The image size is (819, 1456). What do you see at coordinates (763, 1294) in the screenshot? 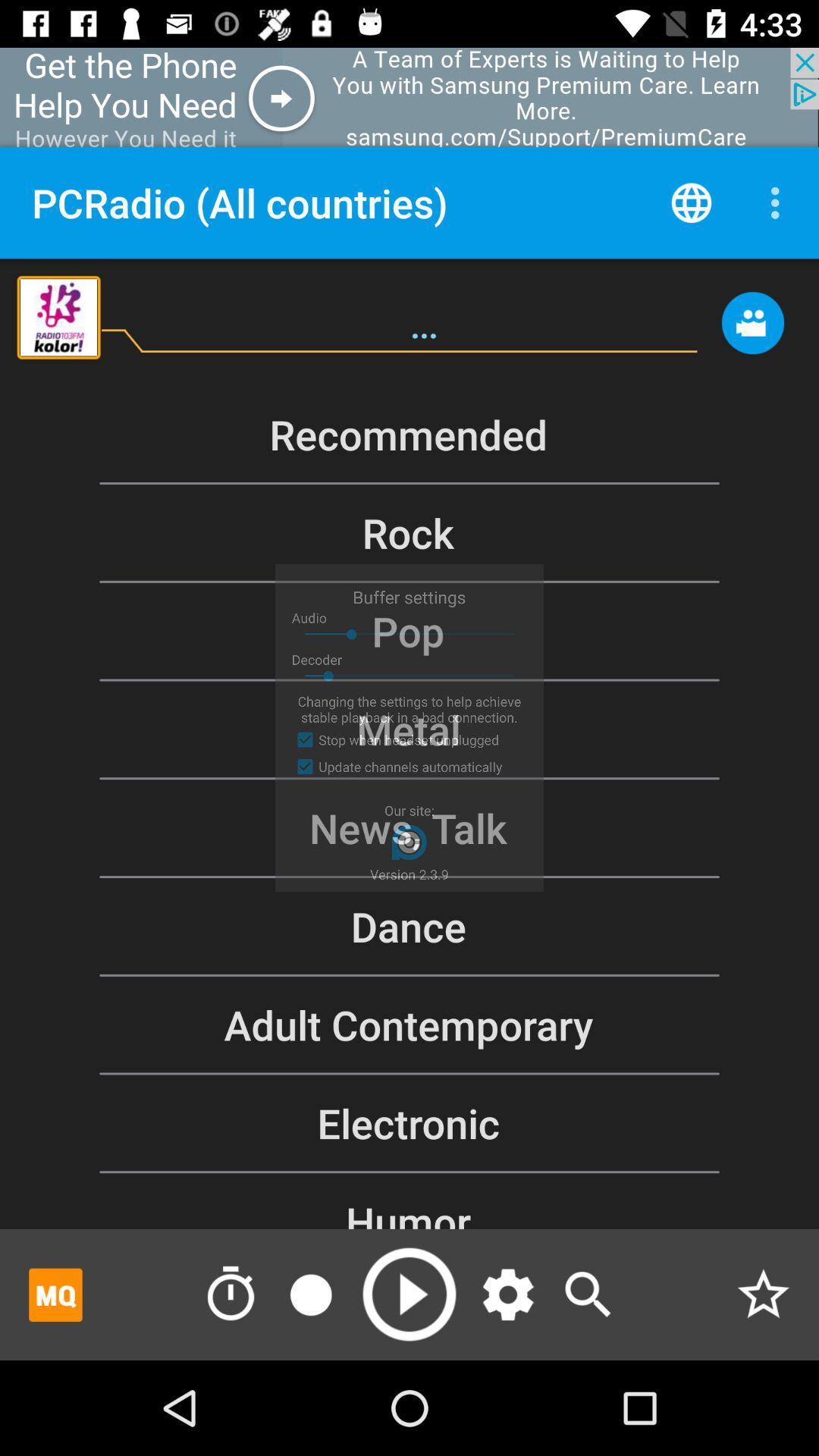
I see `favourite` at bounding box center [763, 1294].